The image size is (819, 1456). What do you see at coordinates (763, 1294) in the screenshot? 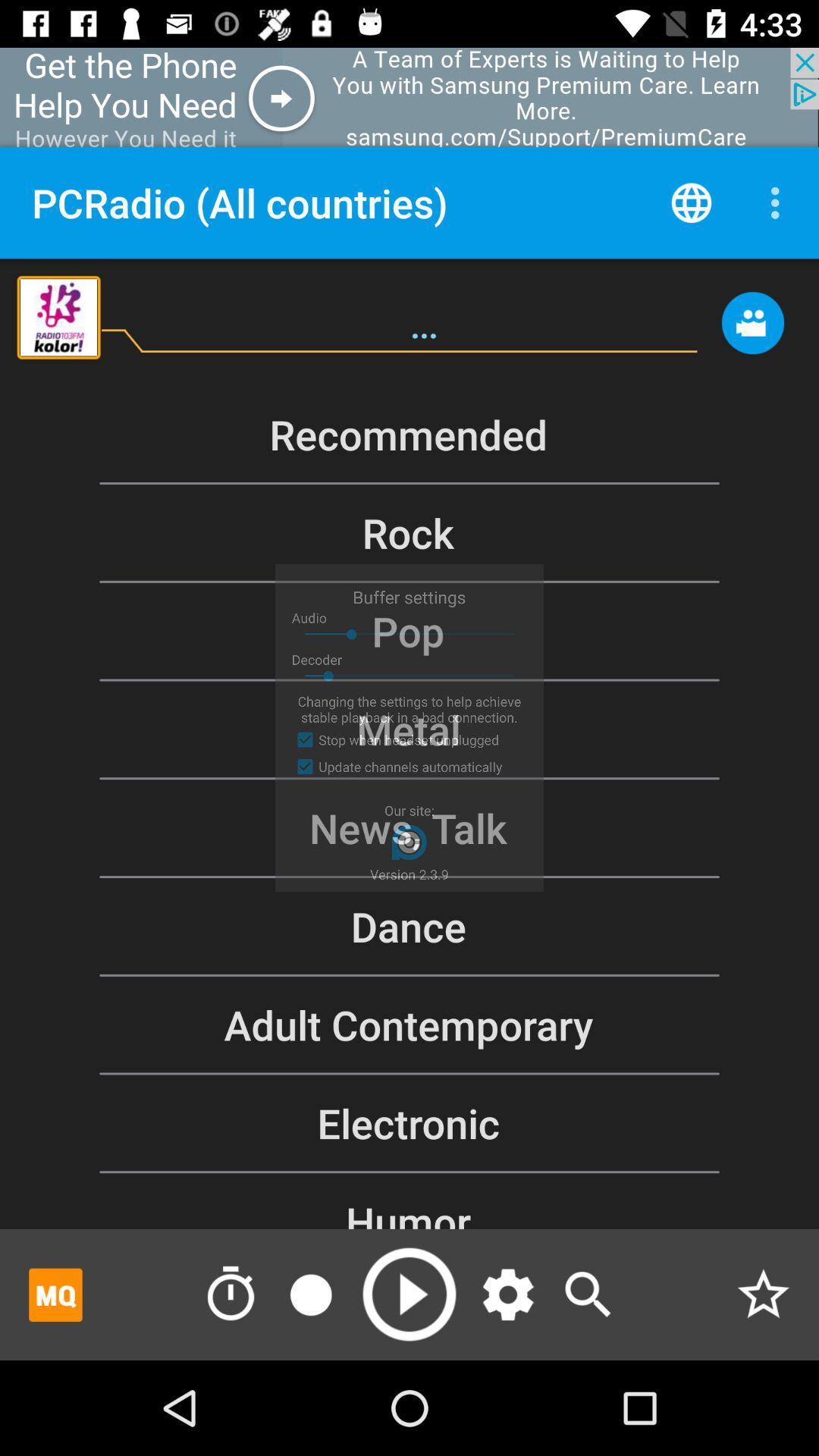
I see `favourite` at bounding box center [763, 1294].